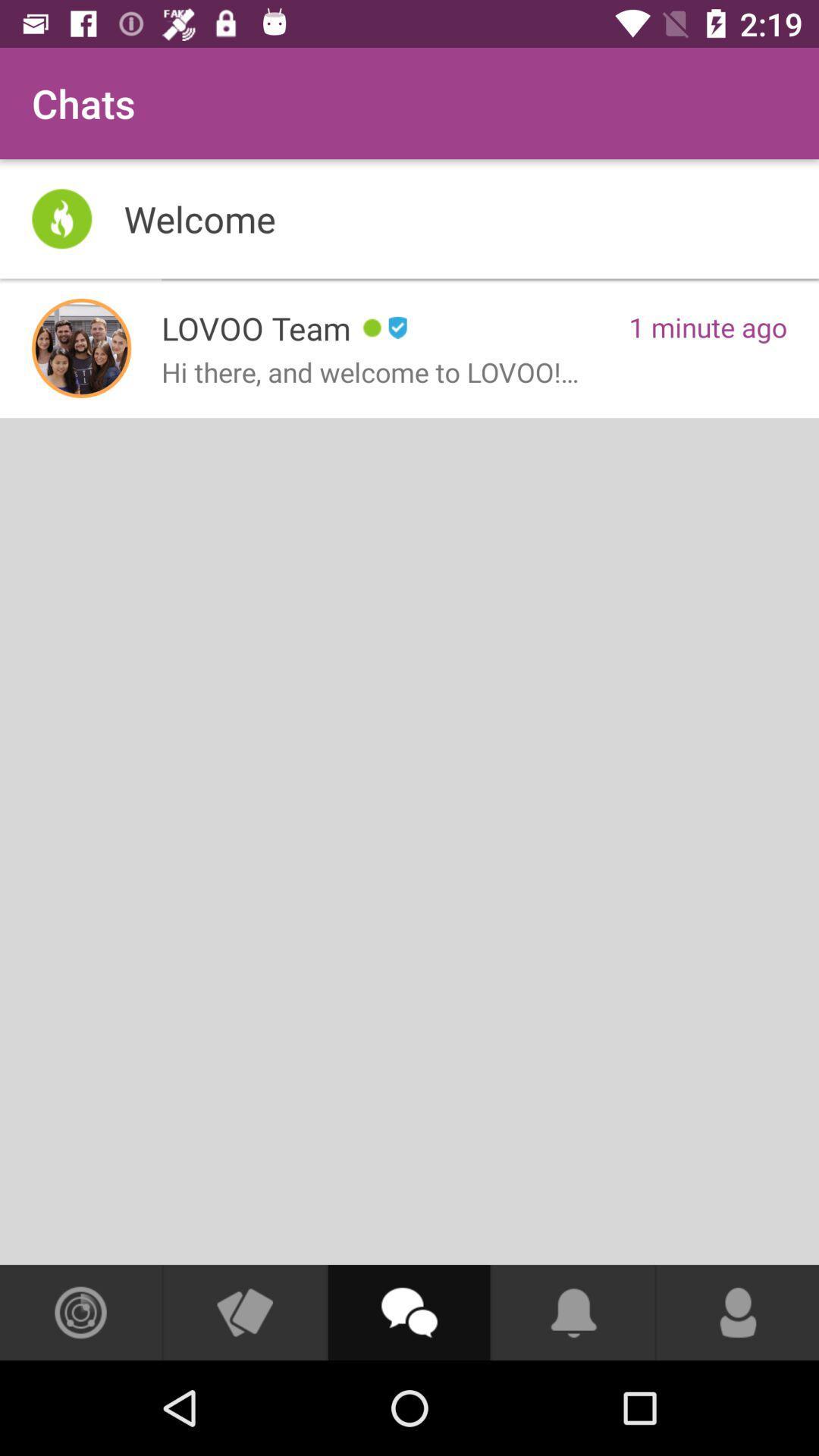 This screenshot has height=1456, width=819. Describe the element at coordinates (408, 1312) in the screenshot. I see `open chat` at that location.